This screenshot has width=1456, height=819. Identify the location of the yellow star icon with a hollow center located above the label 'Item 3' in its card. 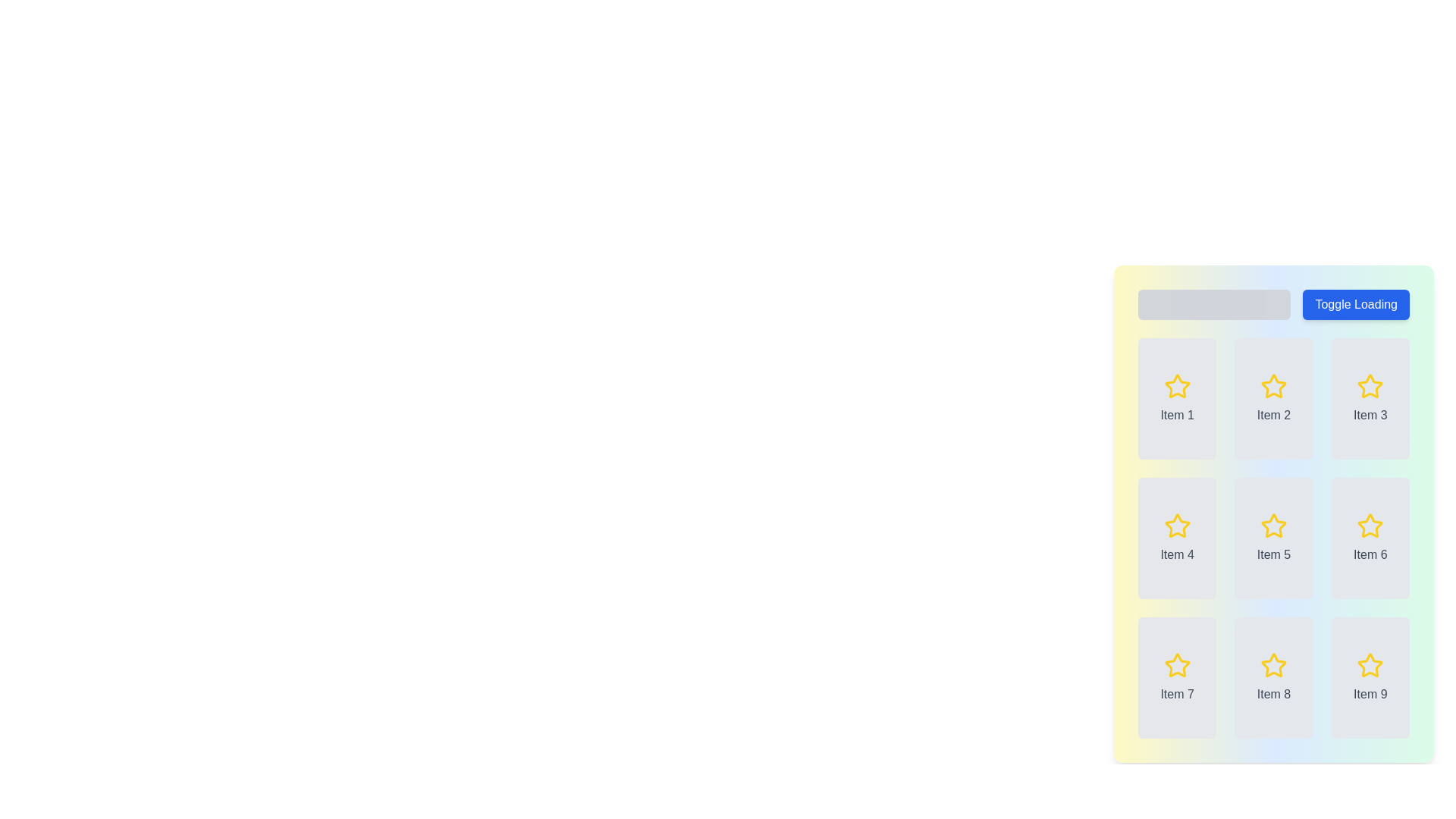
(1370, 385).